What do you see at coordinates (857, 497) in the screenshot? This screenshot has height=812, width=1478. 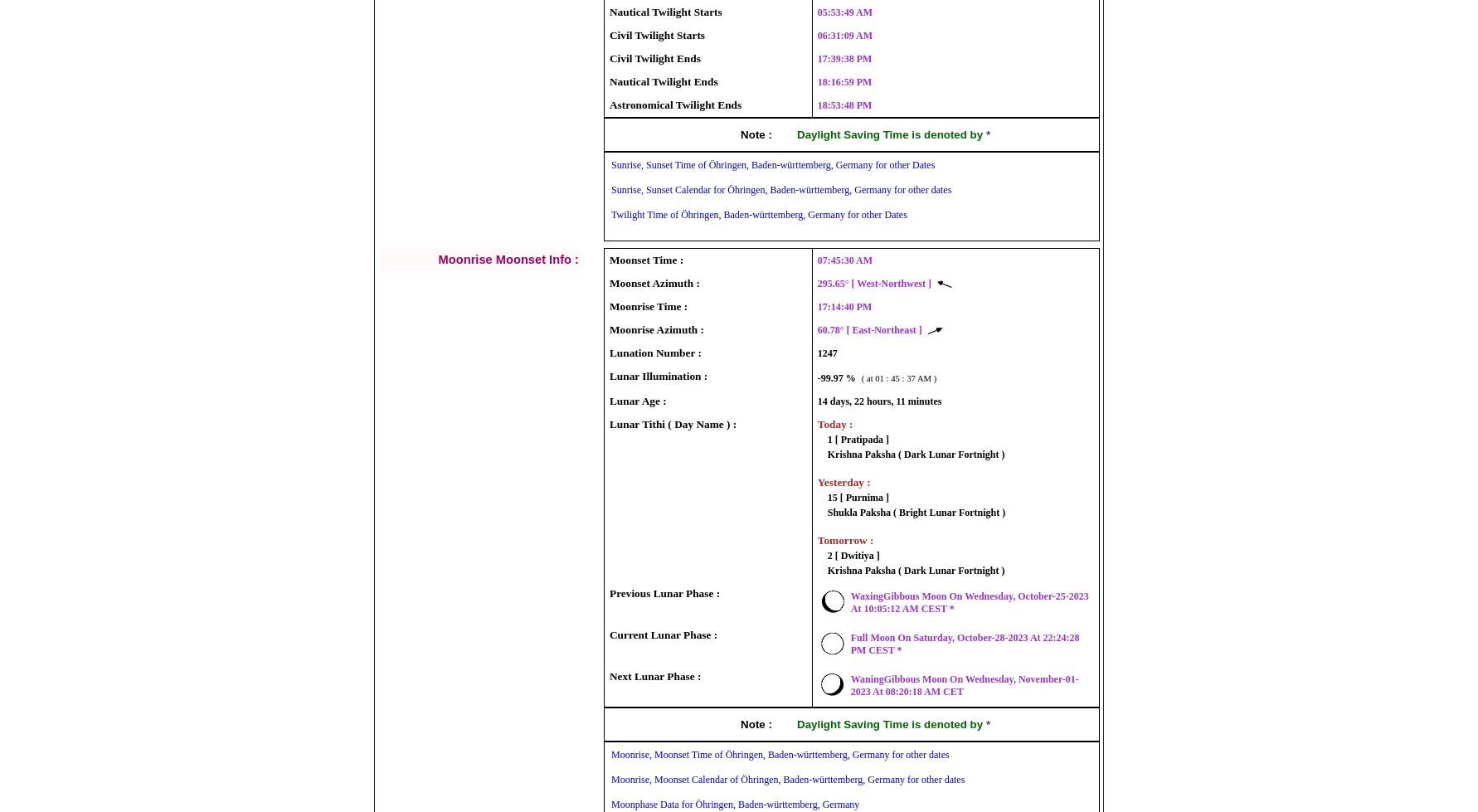 I see `'15 [ Purnima ]'` at bounding box center [857, 497].